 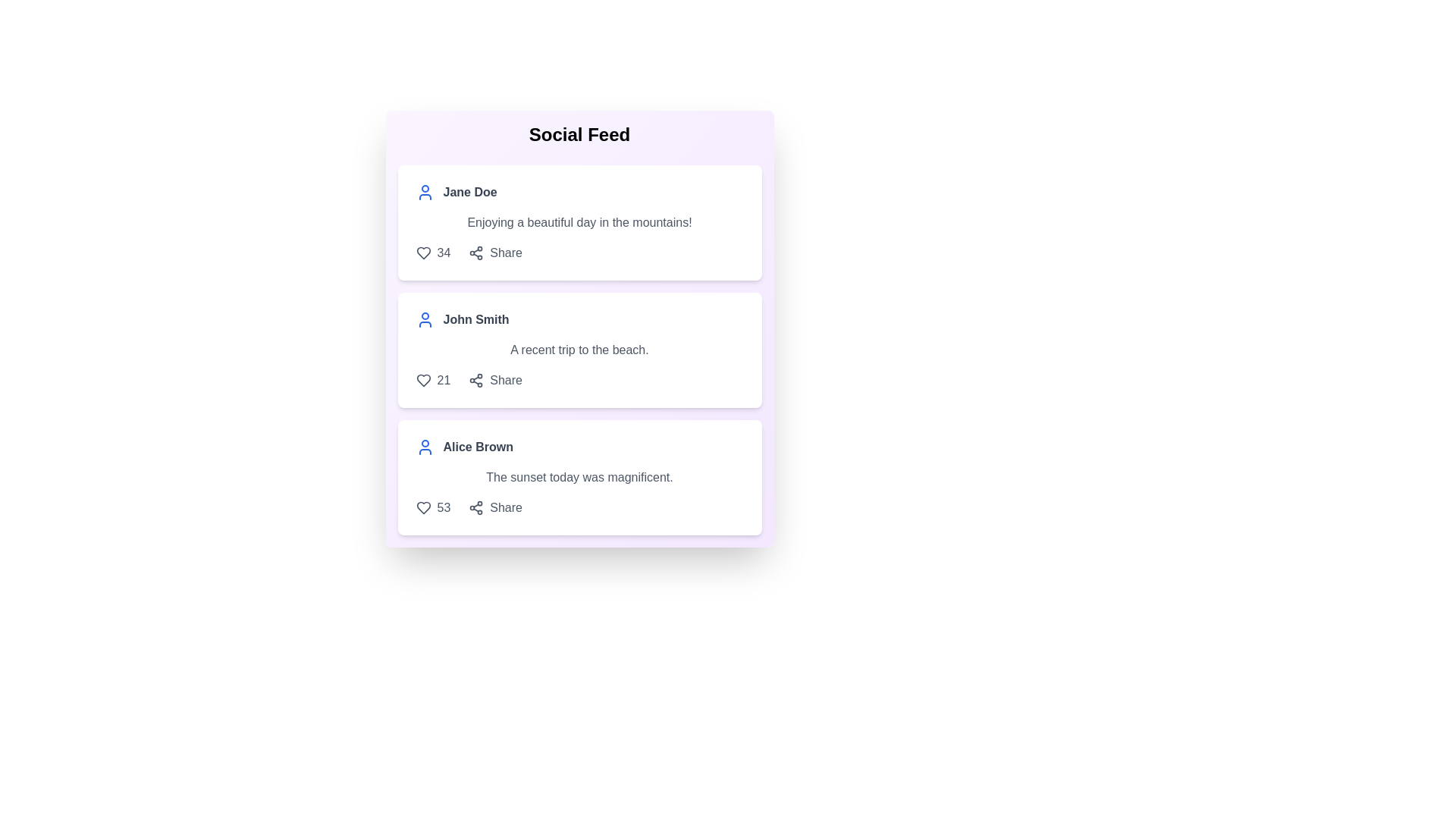 I want to click on 'Like' button for the post by Alice Brown, so click(x=423, y=508).